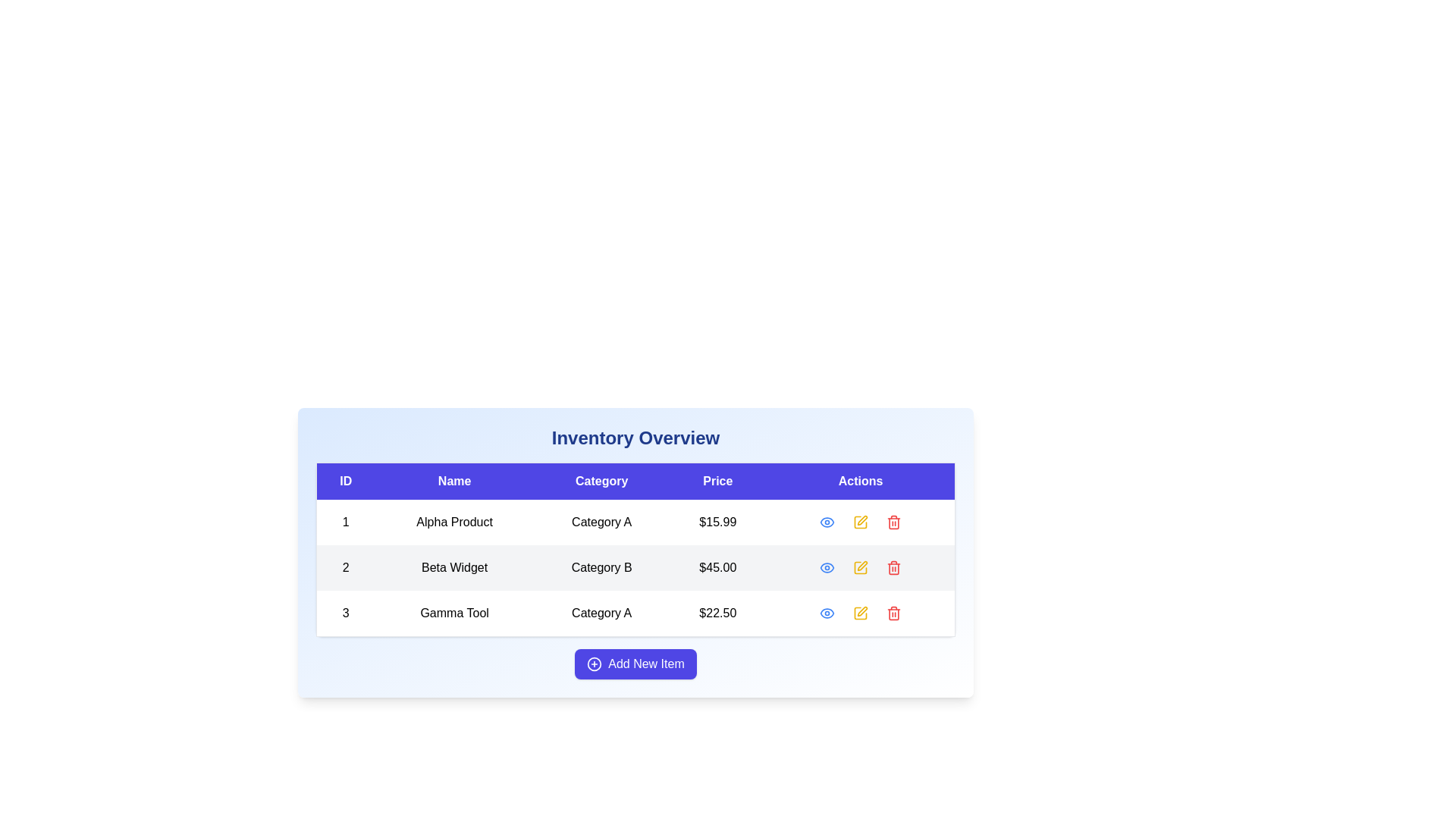 This screenshot has width=1456, height=819. I want to click on the delete icon button located in the 'Actions' column of the third row in the table, so click(894, 613).